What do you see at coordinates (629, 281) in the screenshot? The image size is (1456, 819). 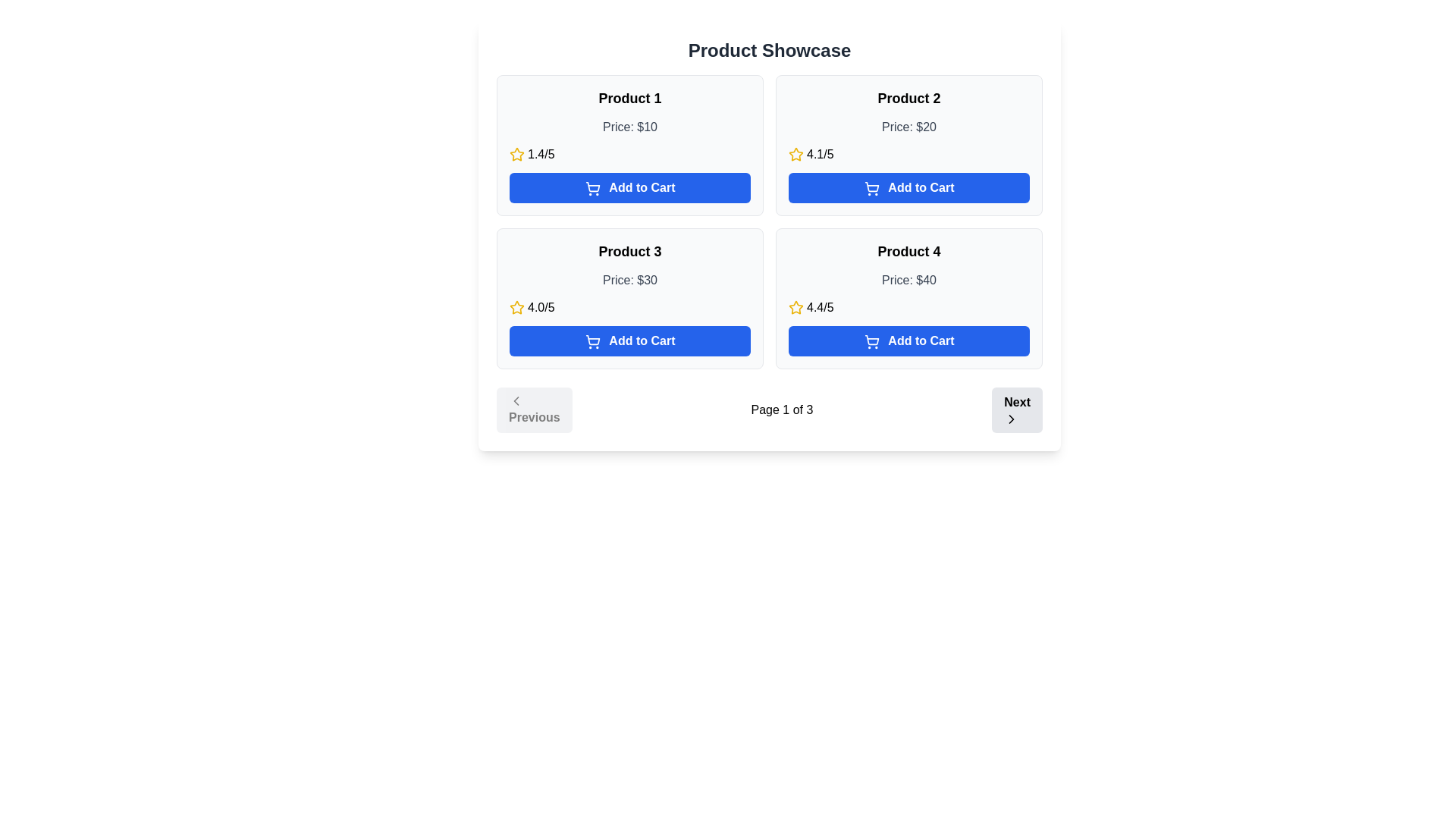 I see `the text label displaying the price '$30' for 'Product 3', which is positioned below the title and above the star rating and 'Add to Cart' button` at bounding box center [629, 281].